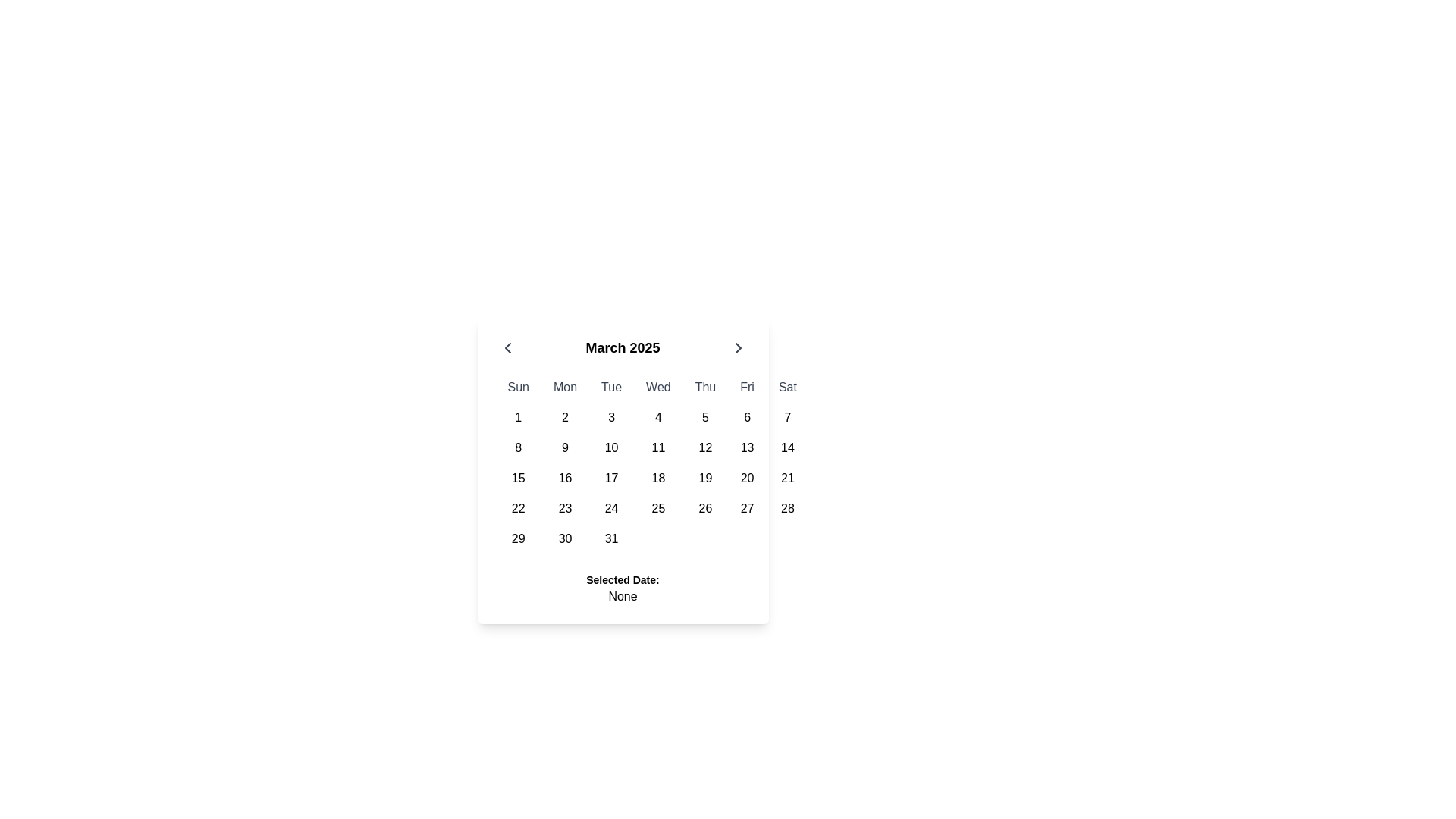 This screenshot has width=1456, height=819. What do you see at coordinates (564, 538) in the screenshot?
I see `the button-like calendar day display showing '30'` at bounding box center [564, 538].